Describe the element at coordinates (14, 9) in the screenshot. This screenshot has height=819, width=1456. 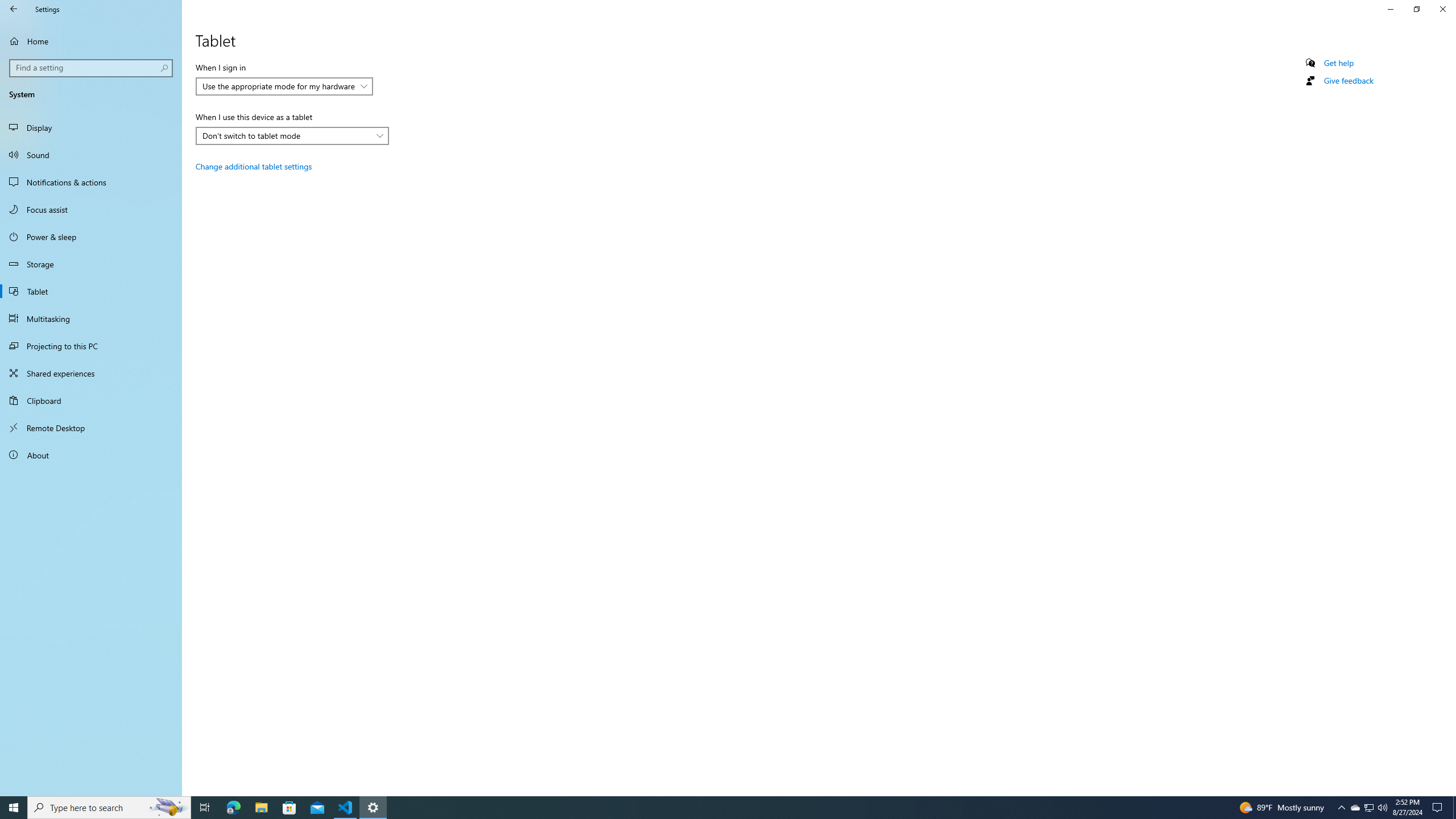
I see `'Back'` at that location.